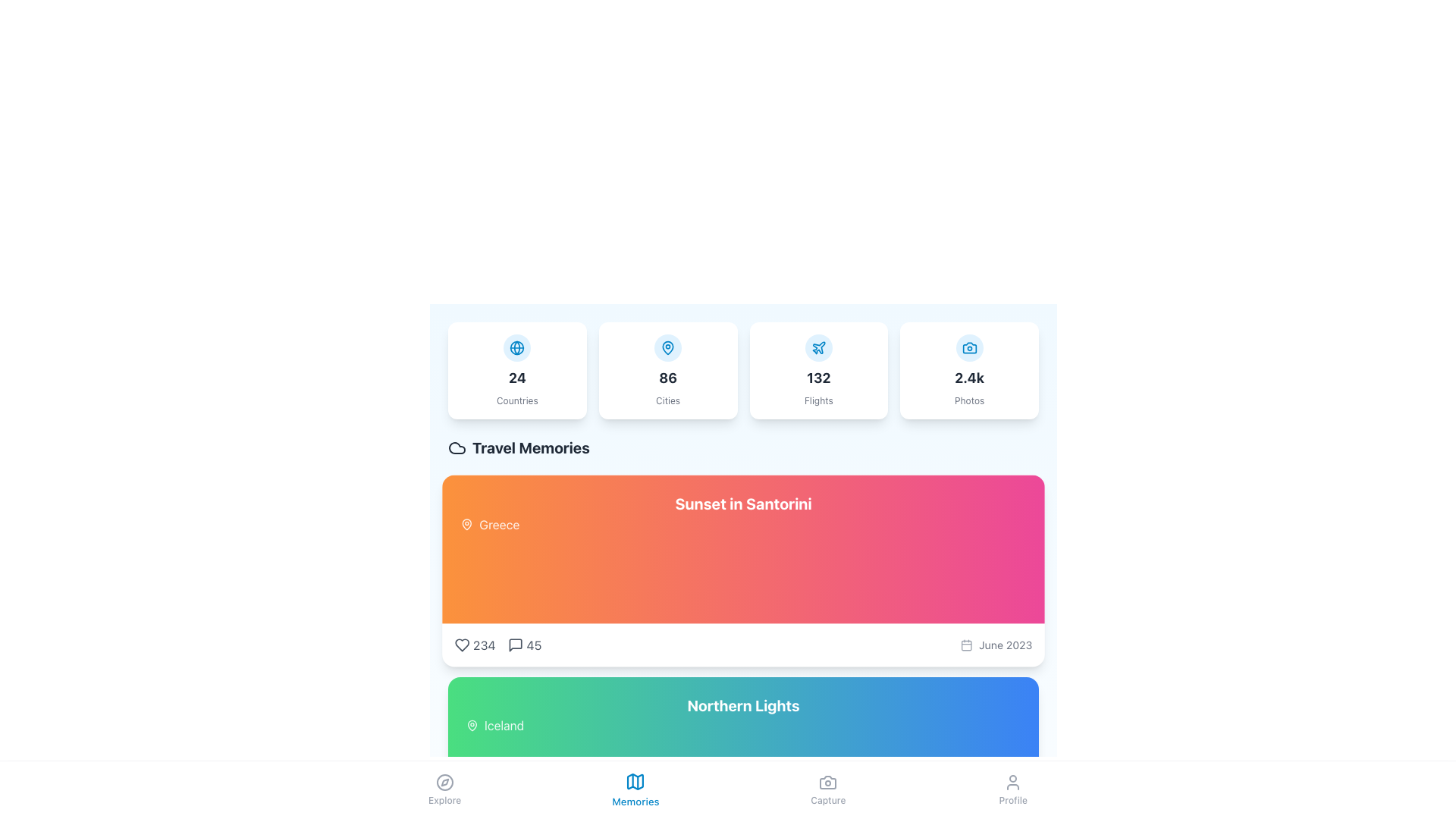  What do you see at coordinates (474, 645) in the screenshot?
I see `the heart icon button displaying '234' to like the content, which is located below the 'Sunset in Santorini' card and above the comment count indicator '45'` at bounding box center [474, 645].